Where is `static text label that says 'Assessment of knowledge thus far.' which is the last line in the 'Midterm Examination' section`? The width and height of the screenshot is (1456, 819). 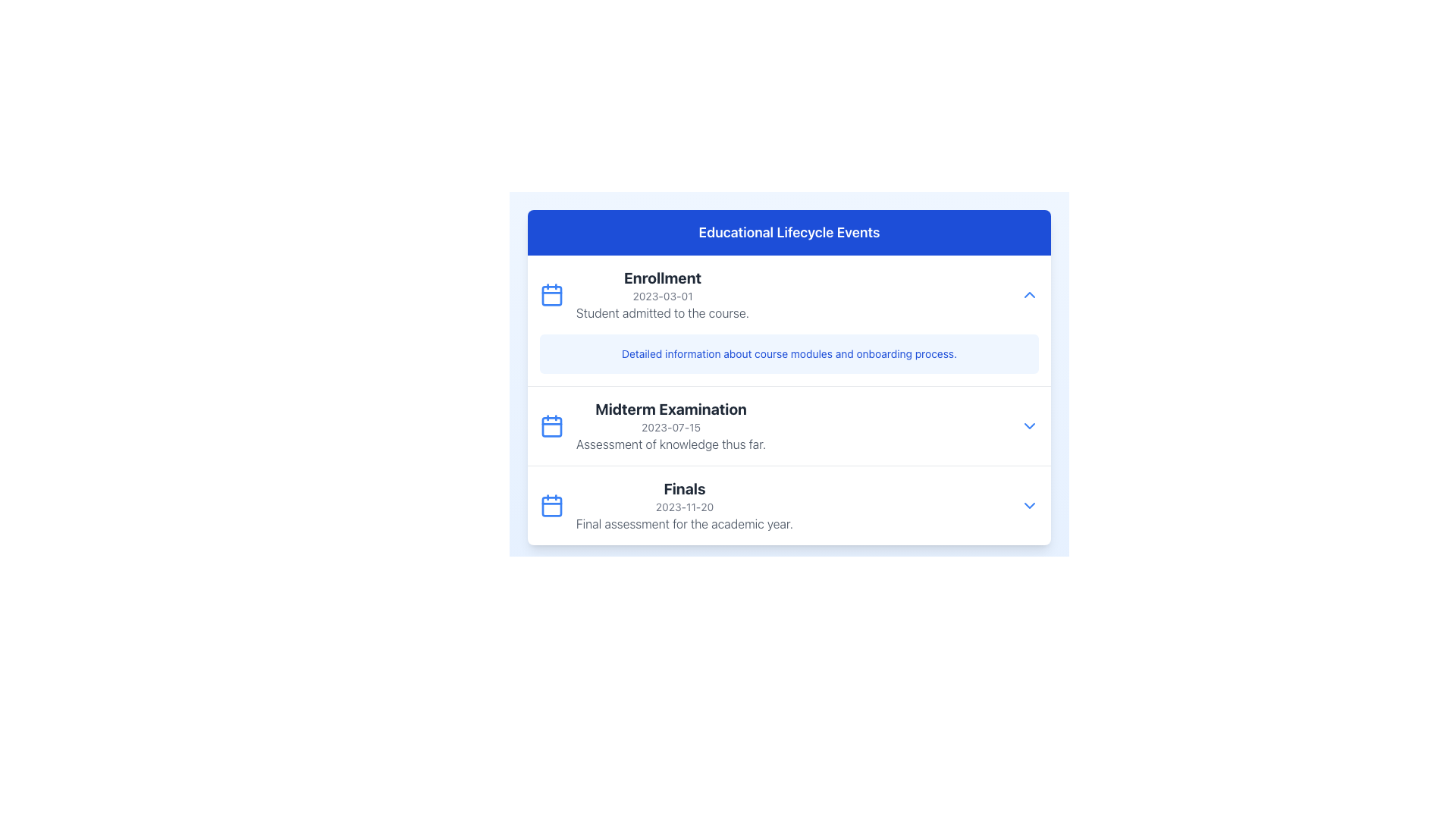
static text label that says 'Assessment of knowledge thus far.' which is the last line in the 'Midterm Examination' section is located at coordinates (670, 444).